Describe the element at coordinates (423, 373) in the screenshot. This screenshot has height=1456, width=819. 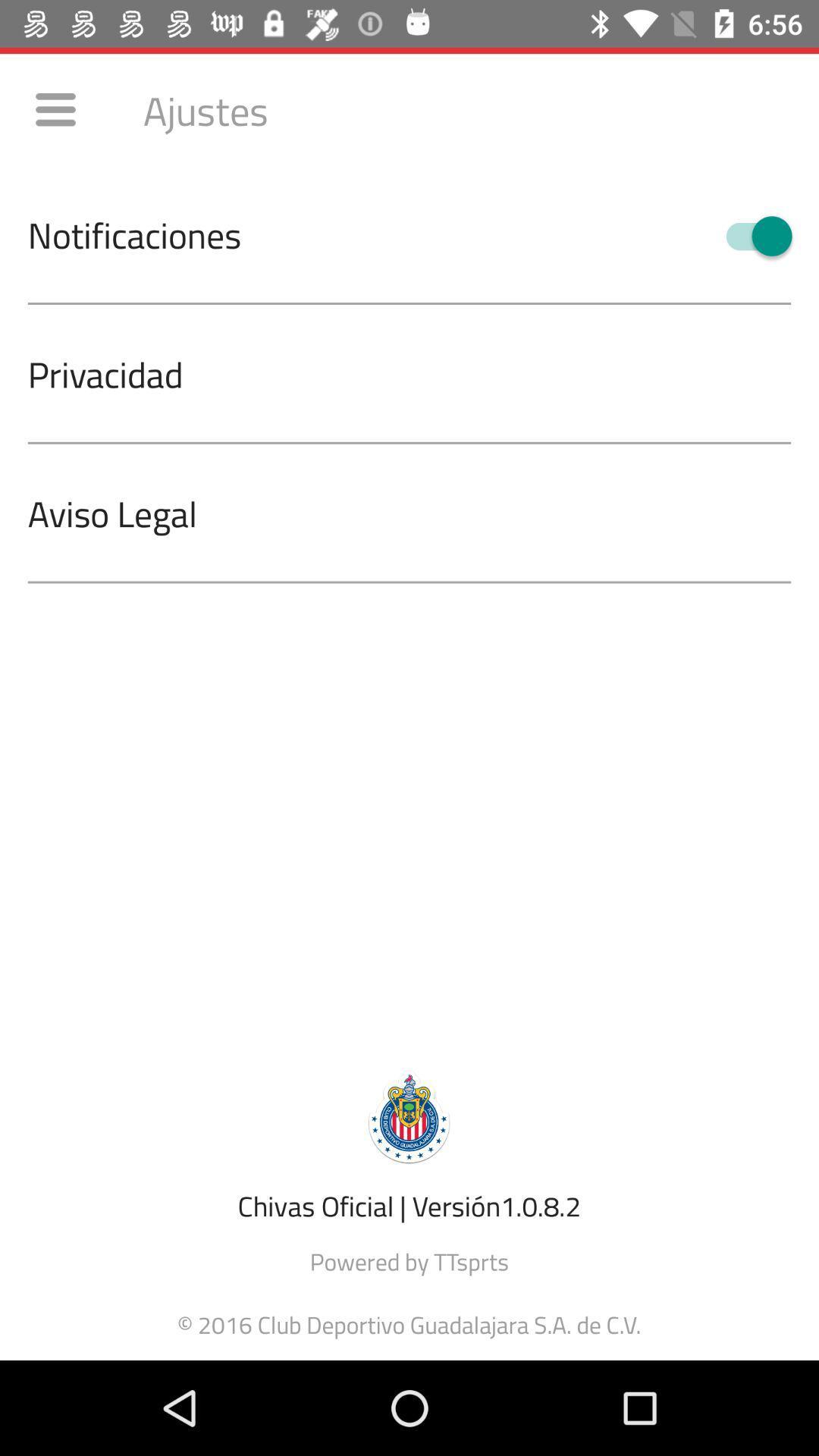
I see `the privacidad` at that location.